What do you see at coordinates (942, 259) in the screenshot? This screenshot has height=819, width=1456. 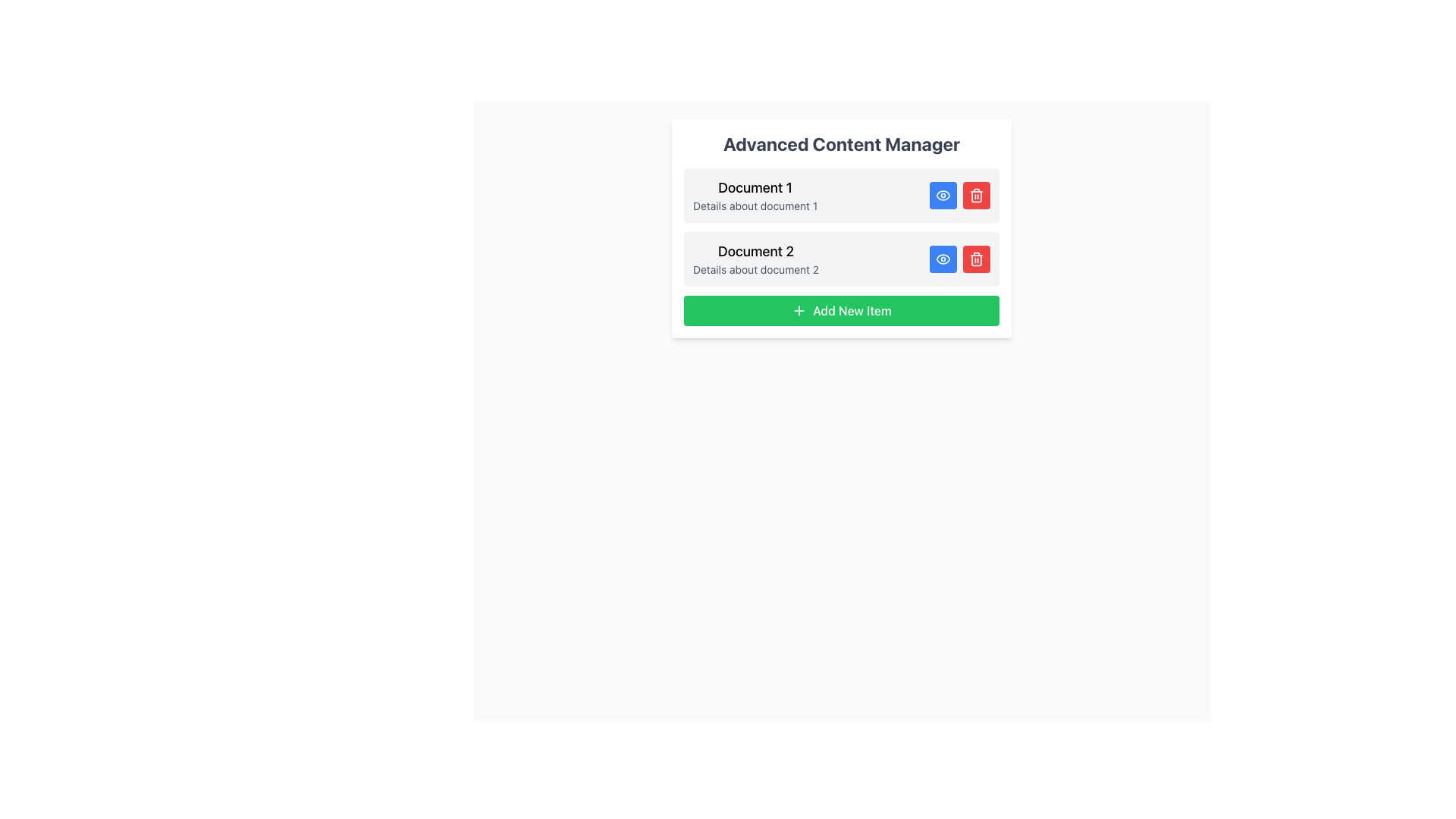 I see `the second blue button in the actions column associated with 'Document 2'` at bounding box center [942, 259].